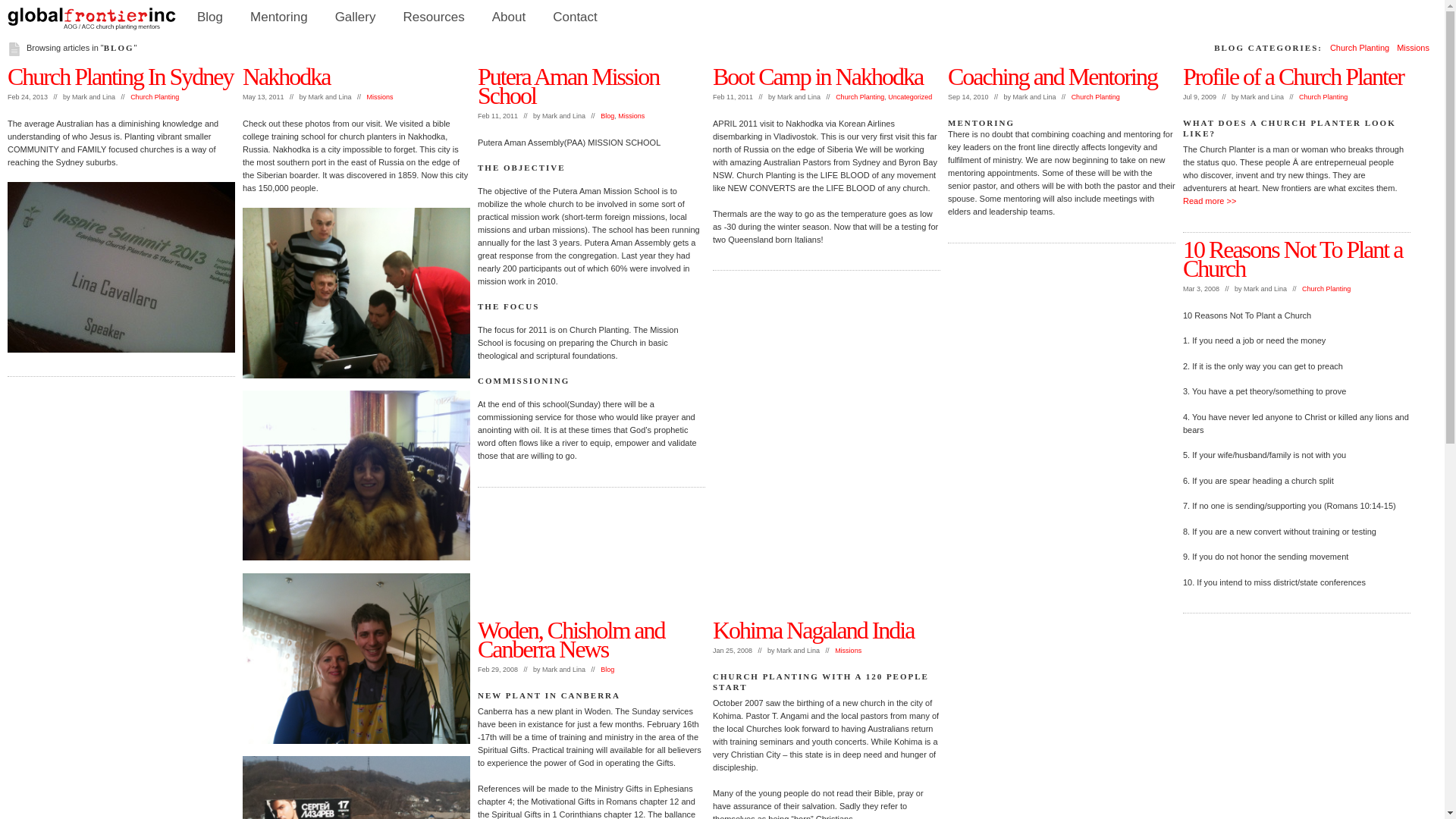 The image size is (1456, 819). Describe the element at coordinates (1208, 200) in the screenshot. I see `'Read more >>'` at that location.